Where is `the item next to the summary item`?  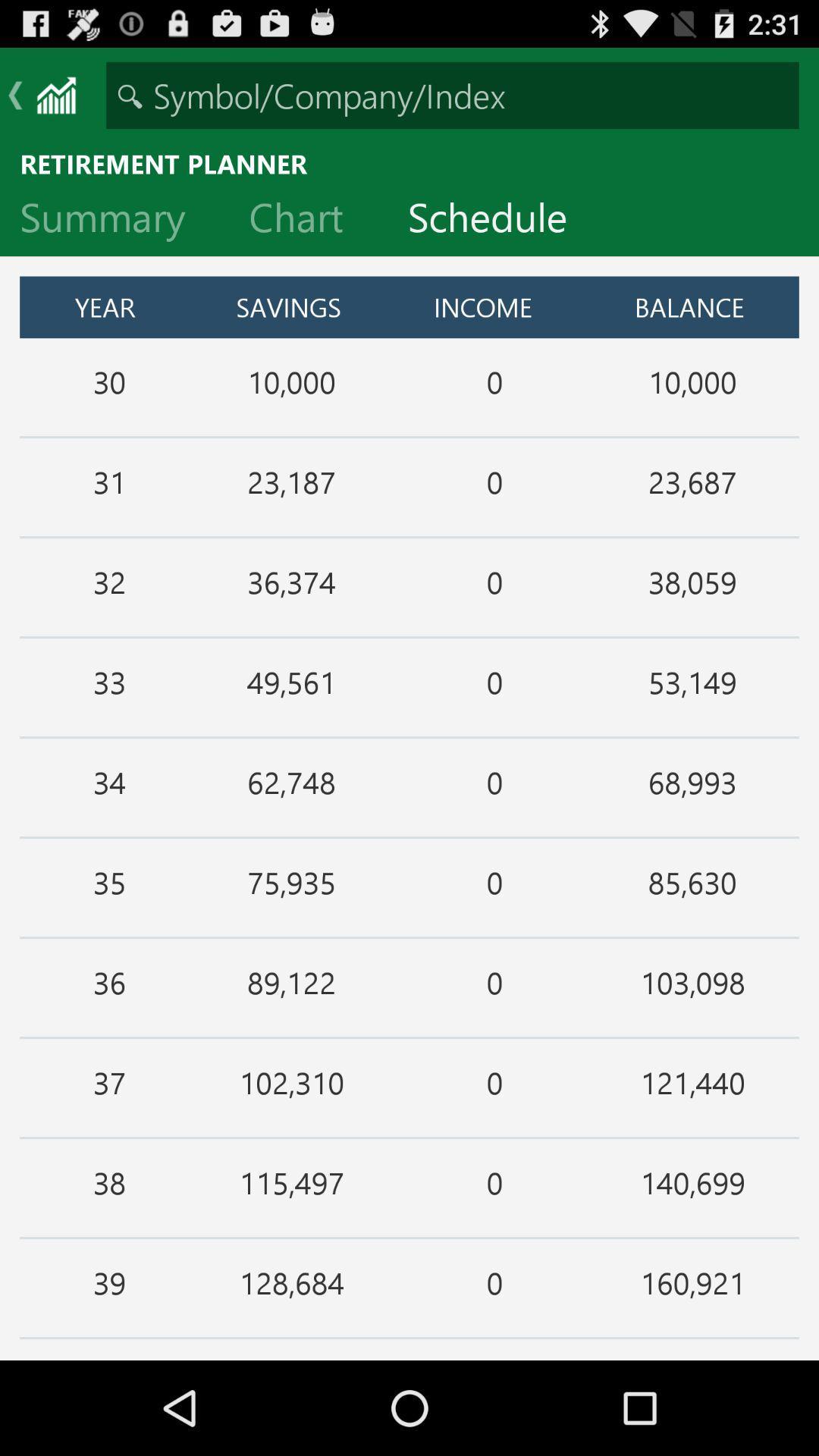
the item next to the summary item is located at coordinates (307, 220).